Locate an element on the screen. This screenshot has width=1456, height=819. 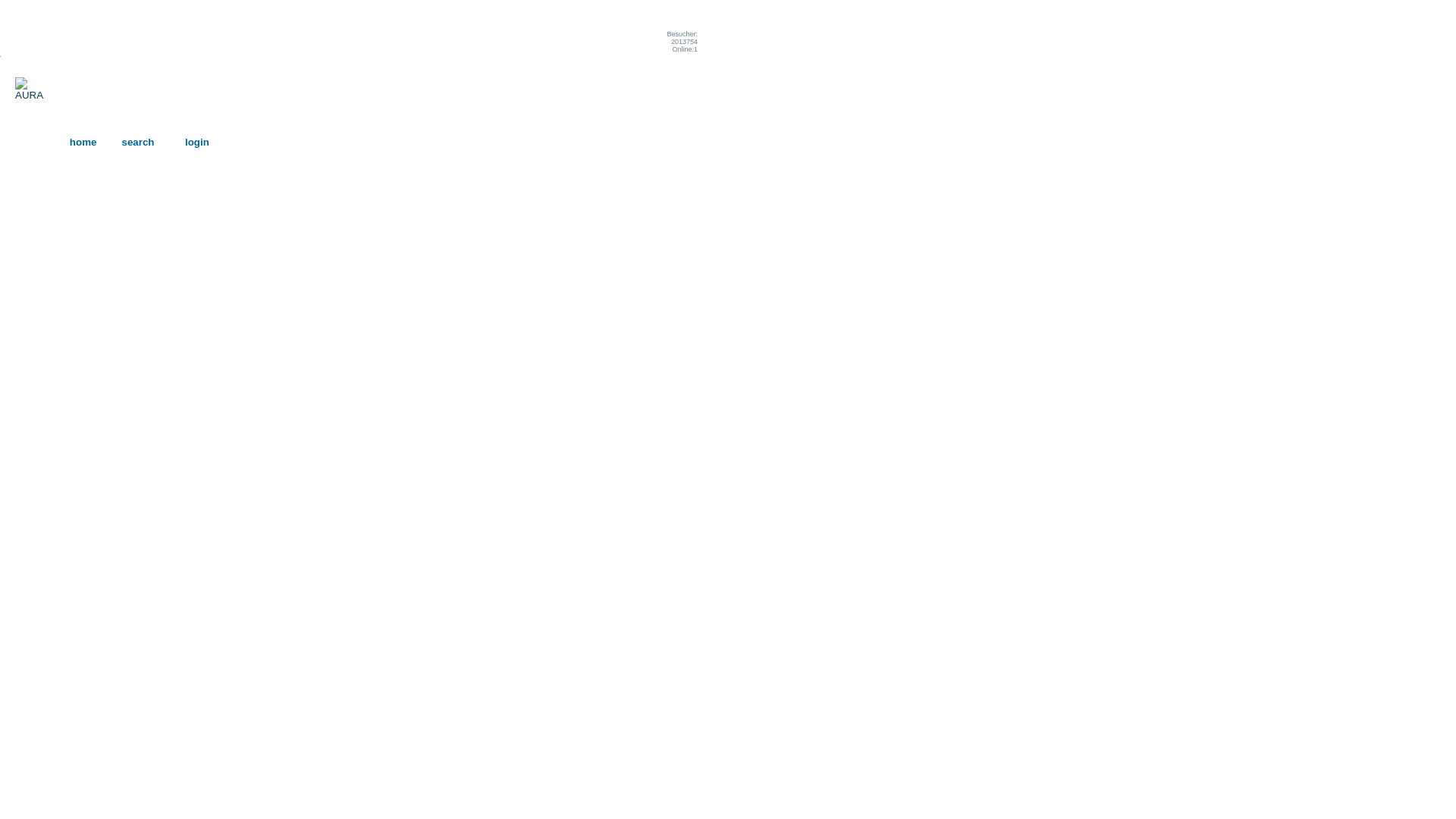
'search' is located at coordinates (120, 142).